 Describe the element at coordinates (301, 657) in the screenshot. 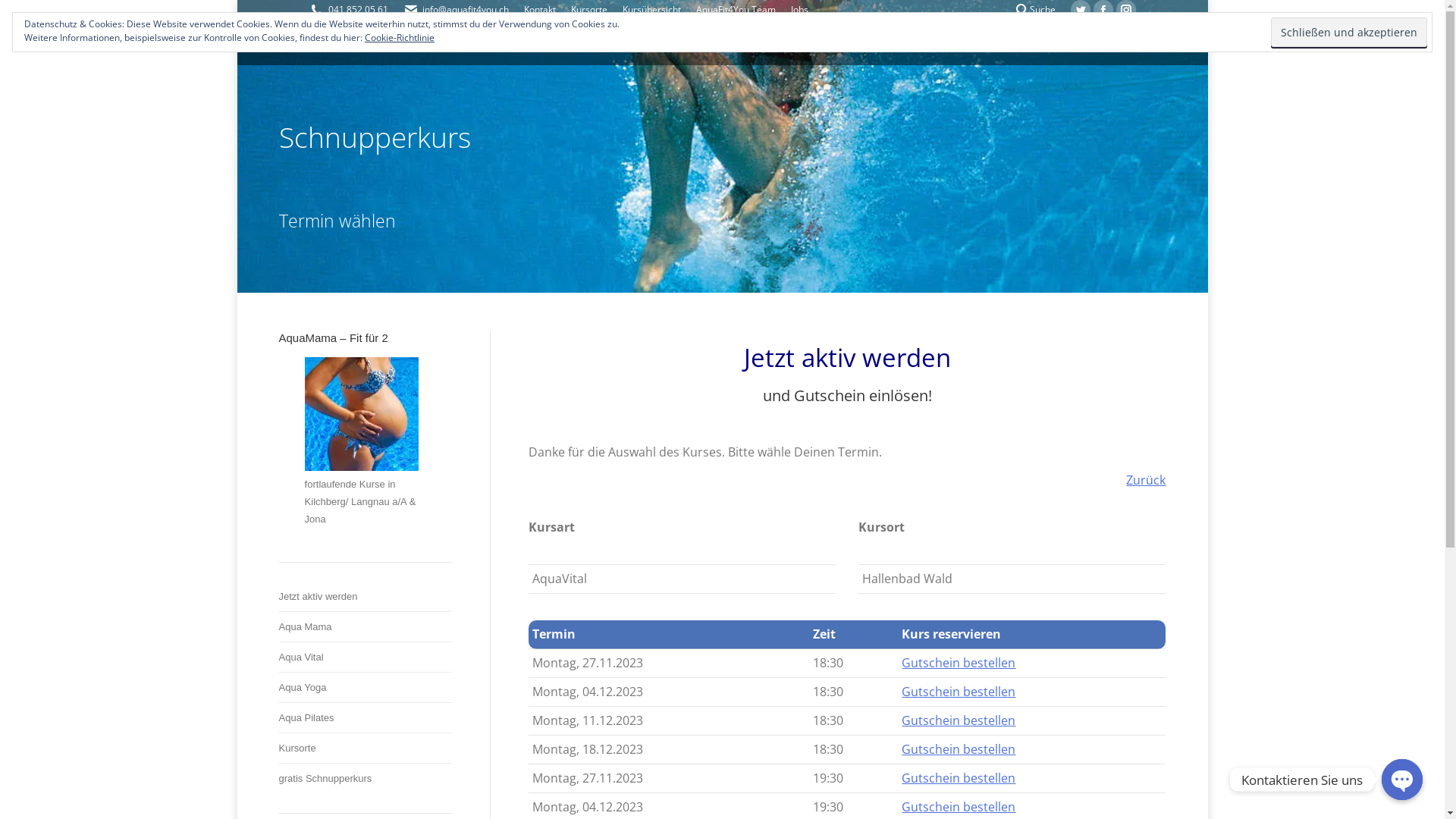

I see `'Aqua Vital'` at that location.